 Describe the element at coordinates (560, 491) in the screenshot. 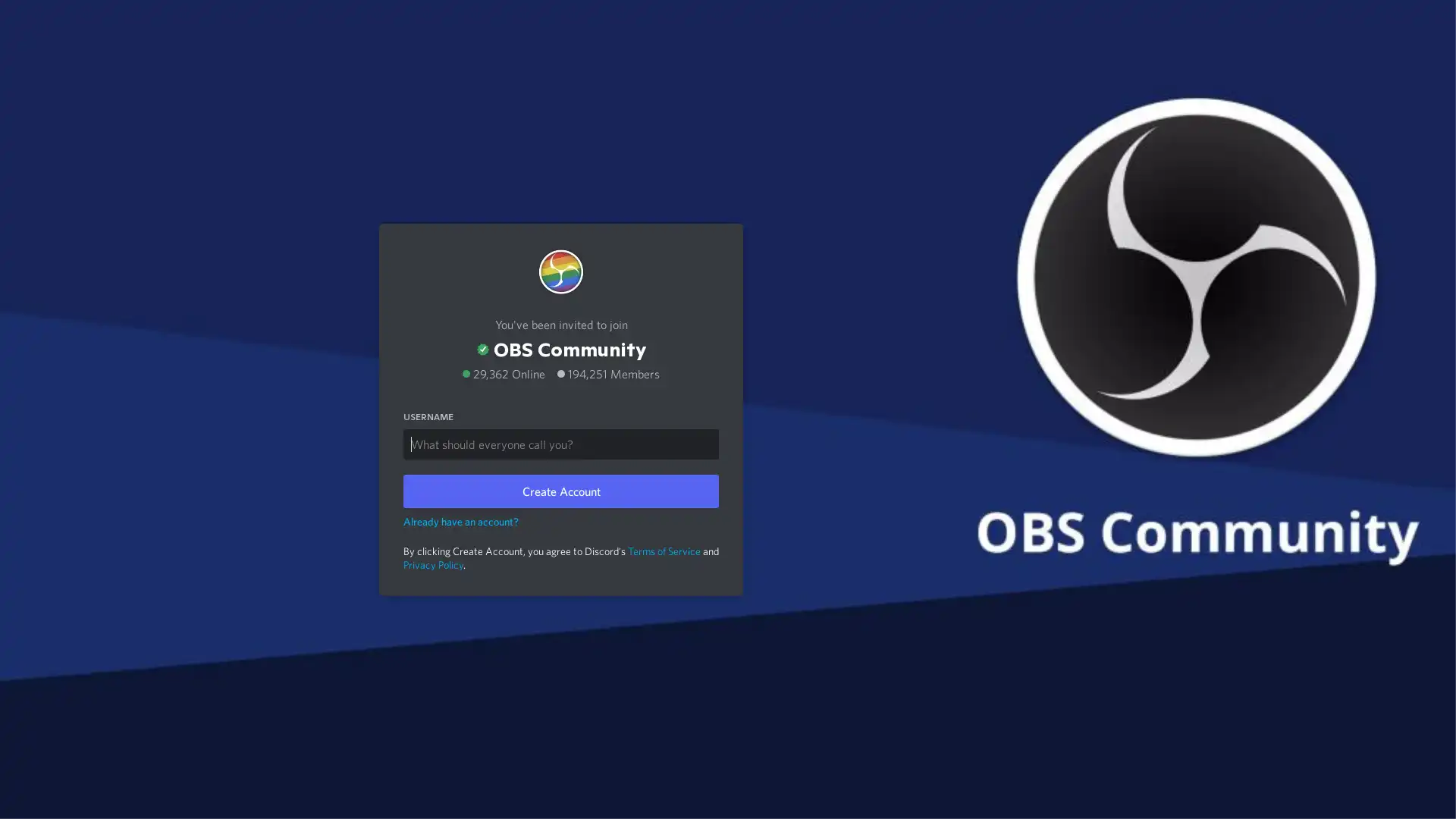

I see `Create Account` at that location.